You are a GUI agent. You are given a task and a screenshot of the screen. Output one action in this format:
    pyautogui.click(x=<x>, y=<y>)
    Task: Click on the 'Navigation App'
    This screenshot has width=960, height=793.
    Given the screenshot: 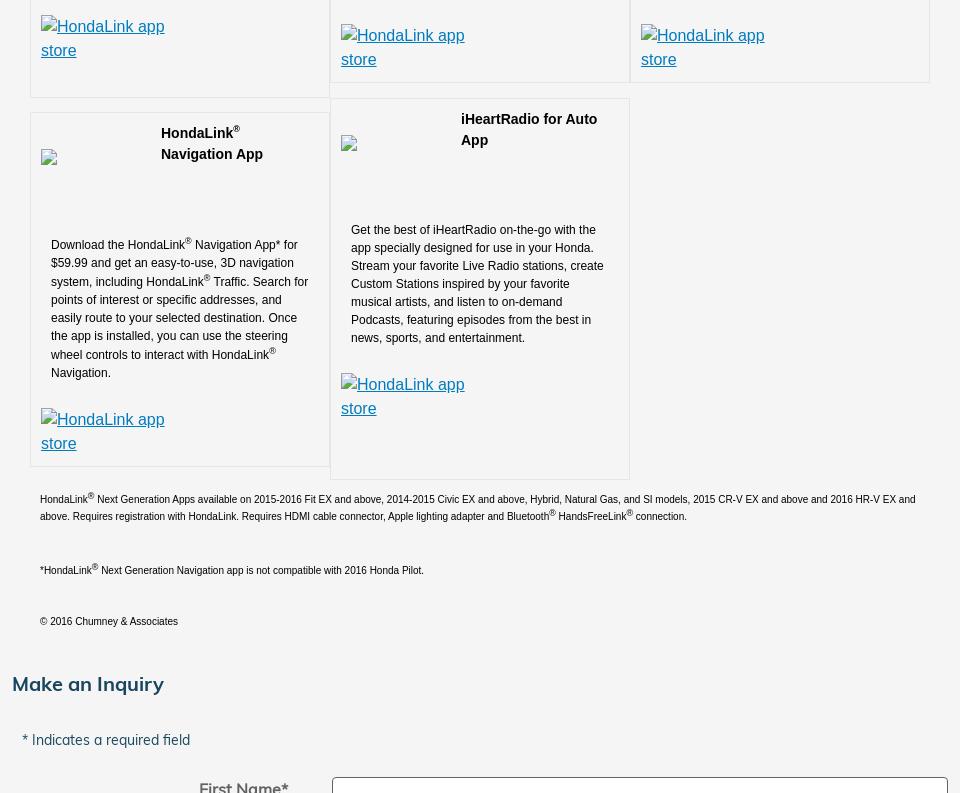 What is the action you would take?
    pyautogui.click(x=211, y=152)
    